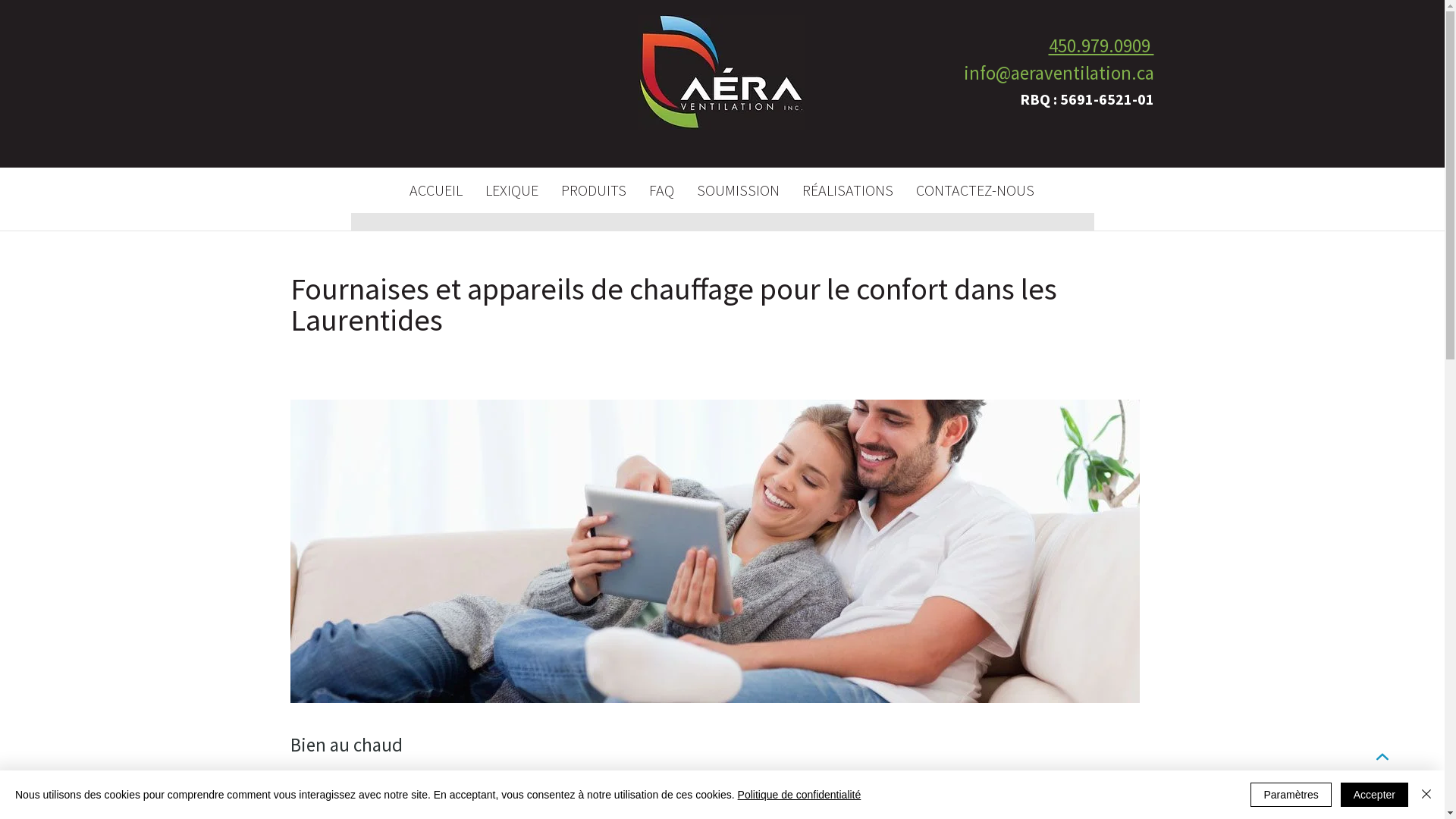  I want to click on 'LEXIQUE', so click(510, 189).